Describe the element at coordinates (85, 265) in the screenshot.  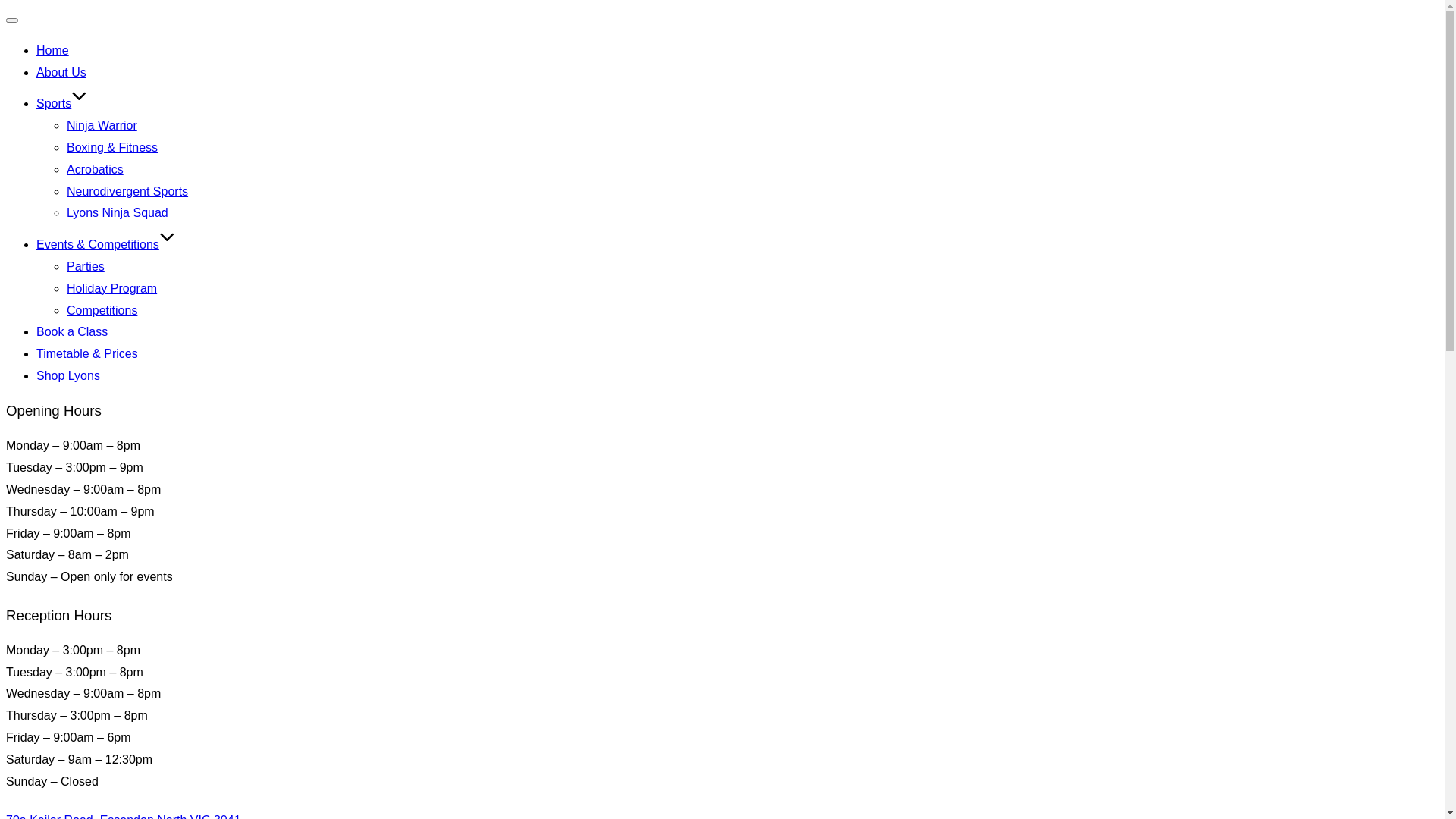
I see `'Parties'` at that location.